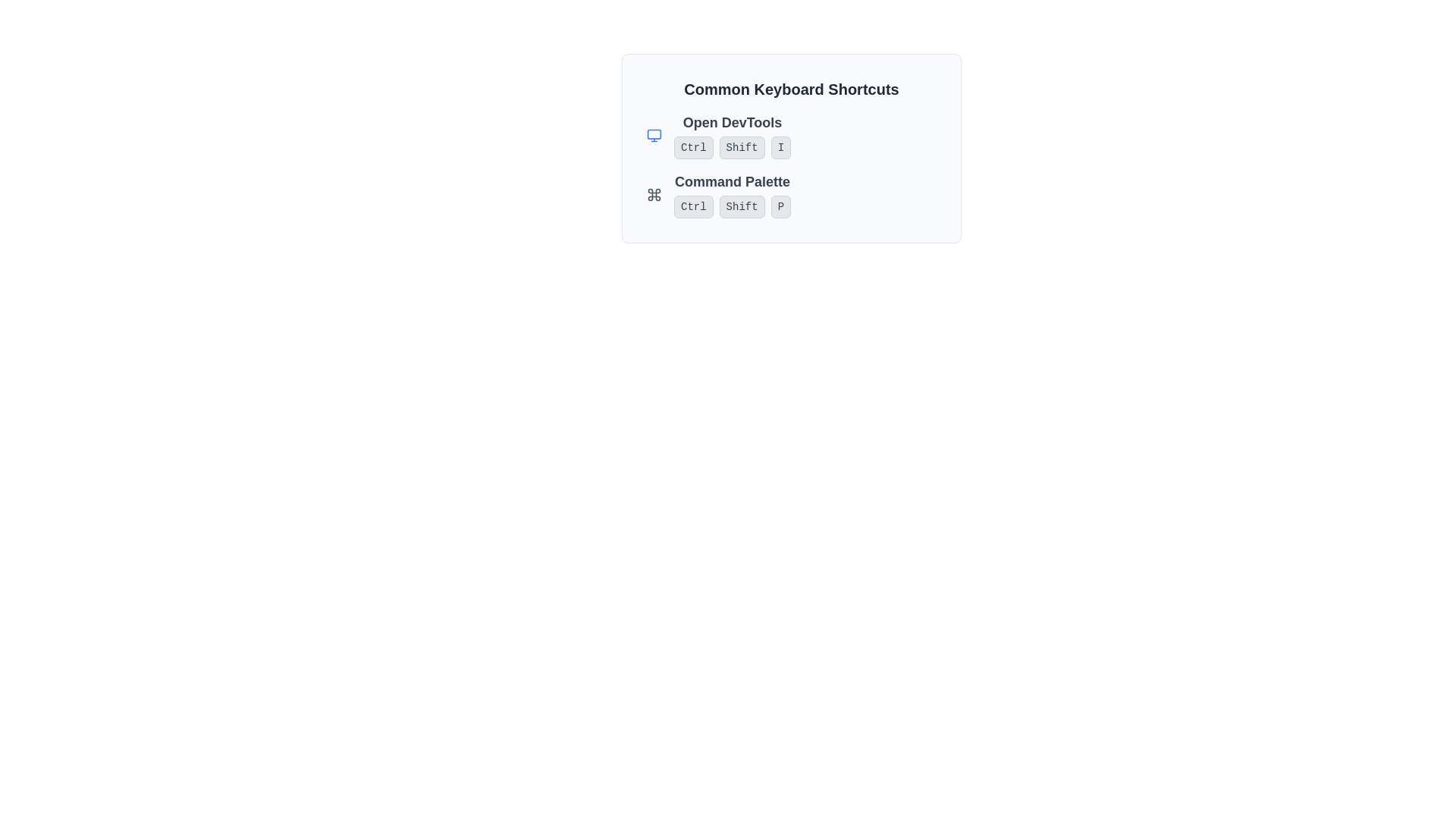 The width and height of the screenshot is (1456, 819). Describe the element at coordinates (742, 207) in the screenshot. I see `the 'Shift' key button in the 'Command Palette' keyboard shortcut group` at that location.